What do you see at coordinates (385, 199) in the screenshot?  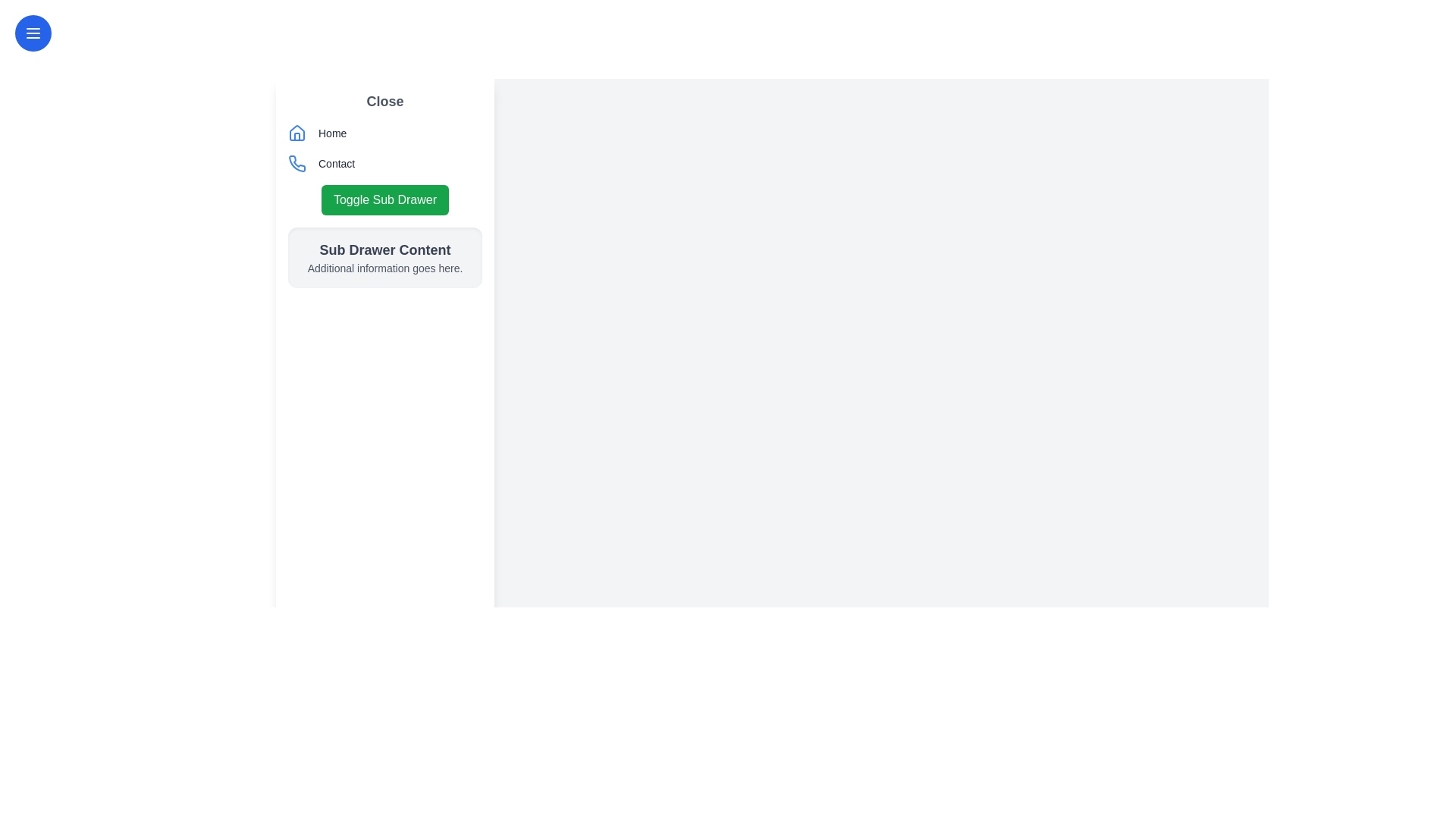 I see `the button located in the left sidebar beneath the 'Contact' button and above the 'Sub Drawer Content' section` at bounding box center [385, 199].